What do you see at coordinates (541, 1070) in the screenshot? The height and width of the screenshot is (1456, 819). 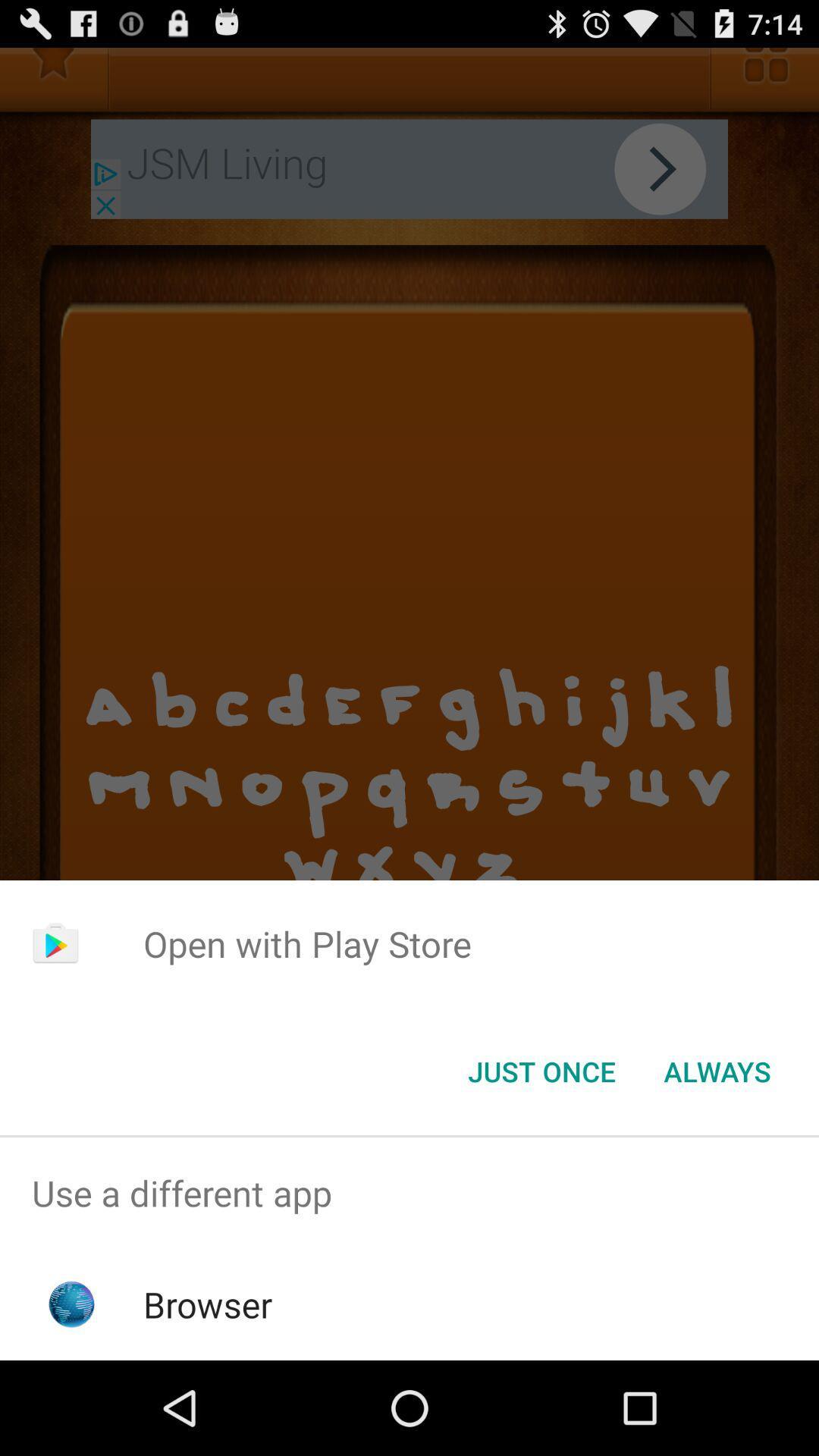 I see `just once button` at bounding box center [541, 1070].